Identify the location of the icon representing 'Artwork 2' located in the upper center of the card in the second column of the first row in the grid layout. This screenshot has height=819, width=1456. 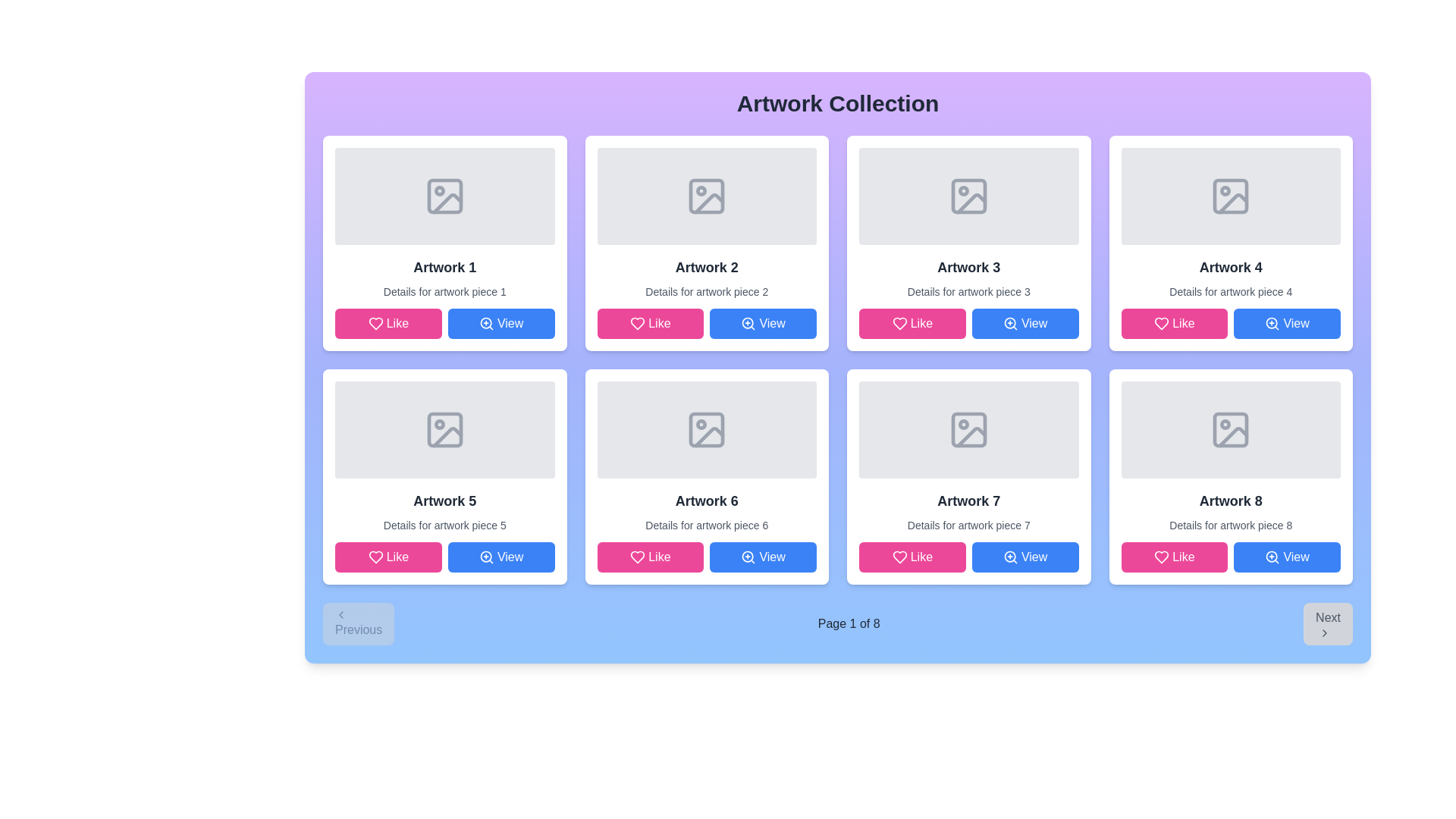
(706, 195).